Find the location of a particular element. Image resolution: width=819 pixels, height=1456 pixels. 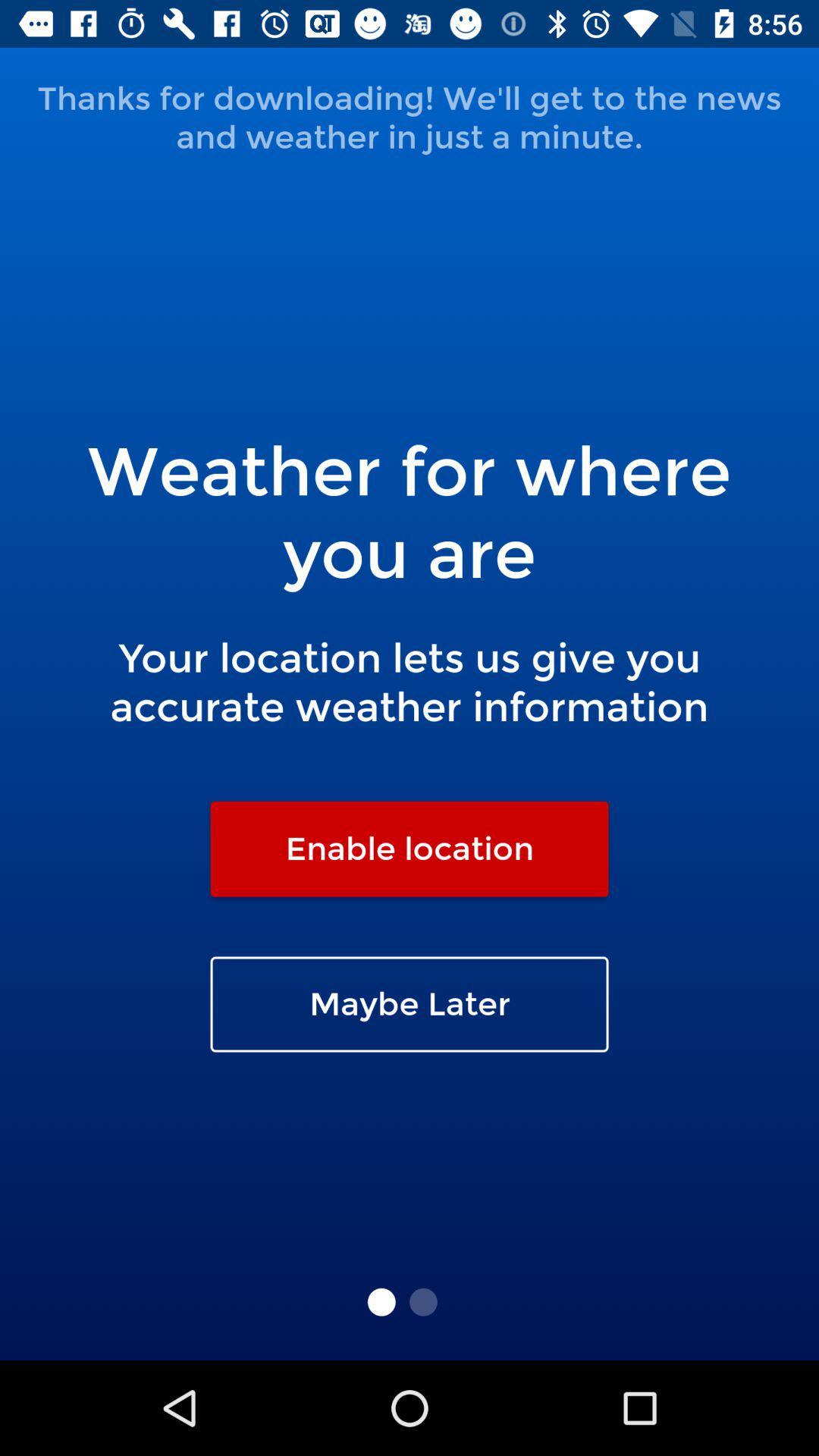

the maybe later icon is located at coordinates (409, 1004).